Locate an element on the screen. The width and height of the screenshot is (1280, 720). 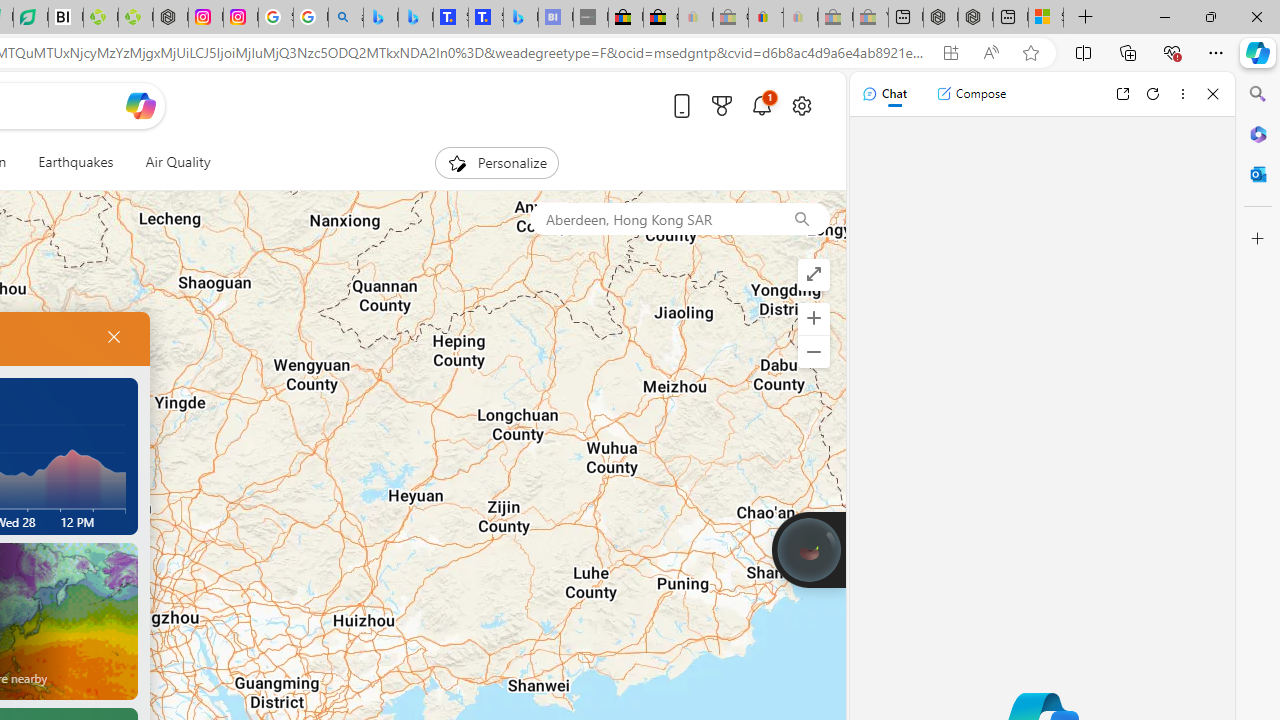
'Chat' is located at coordinates (883, 93).